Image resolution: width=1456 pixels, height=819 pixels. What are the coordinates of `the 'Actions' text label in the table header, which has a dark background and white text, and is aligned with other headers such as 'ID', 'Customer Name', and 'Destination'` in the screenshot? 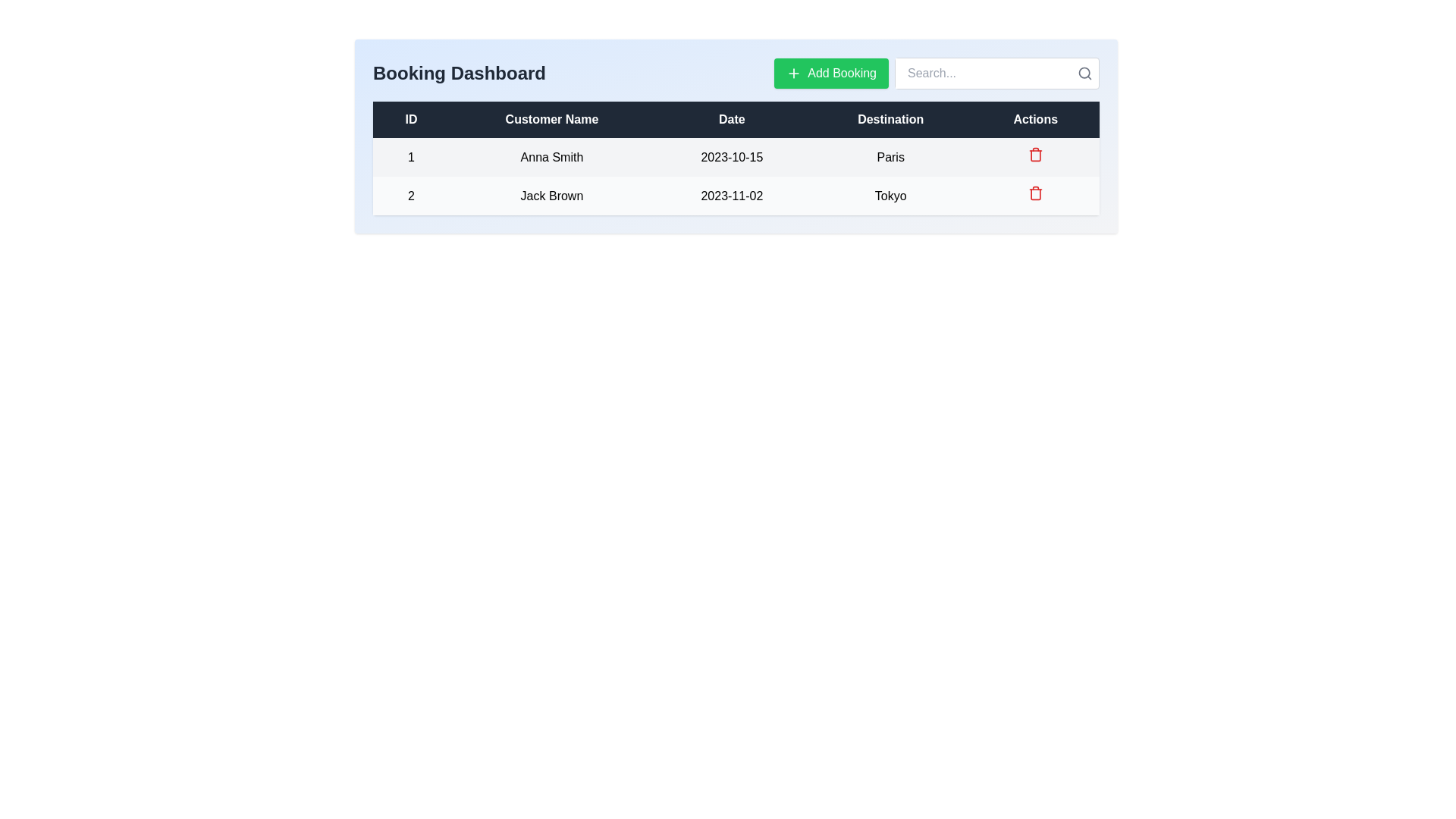 It's located at (1034, 119).